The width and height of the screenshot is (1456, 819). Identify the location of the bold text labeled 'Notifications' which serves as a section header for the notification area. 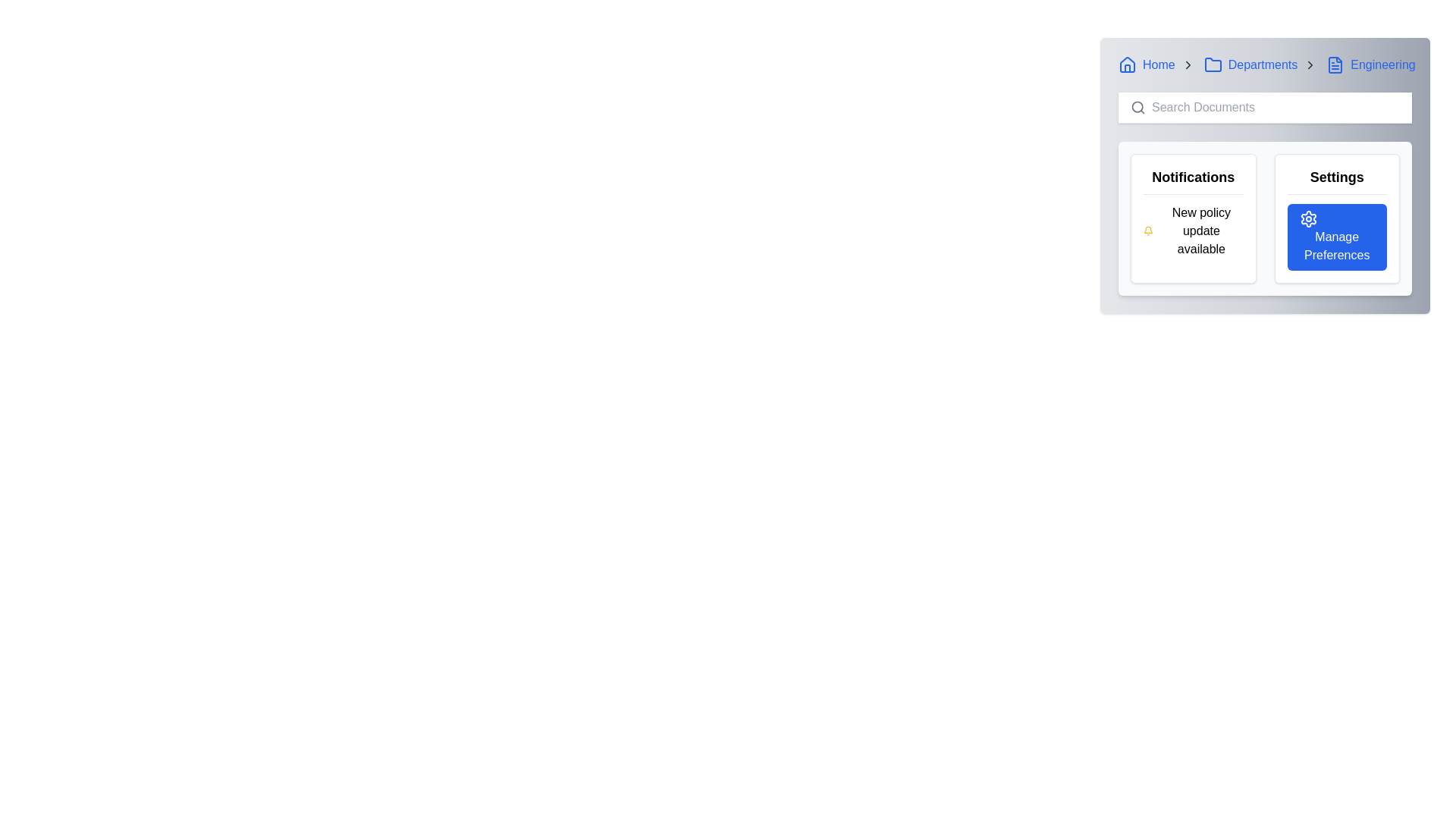
(1192, 180).